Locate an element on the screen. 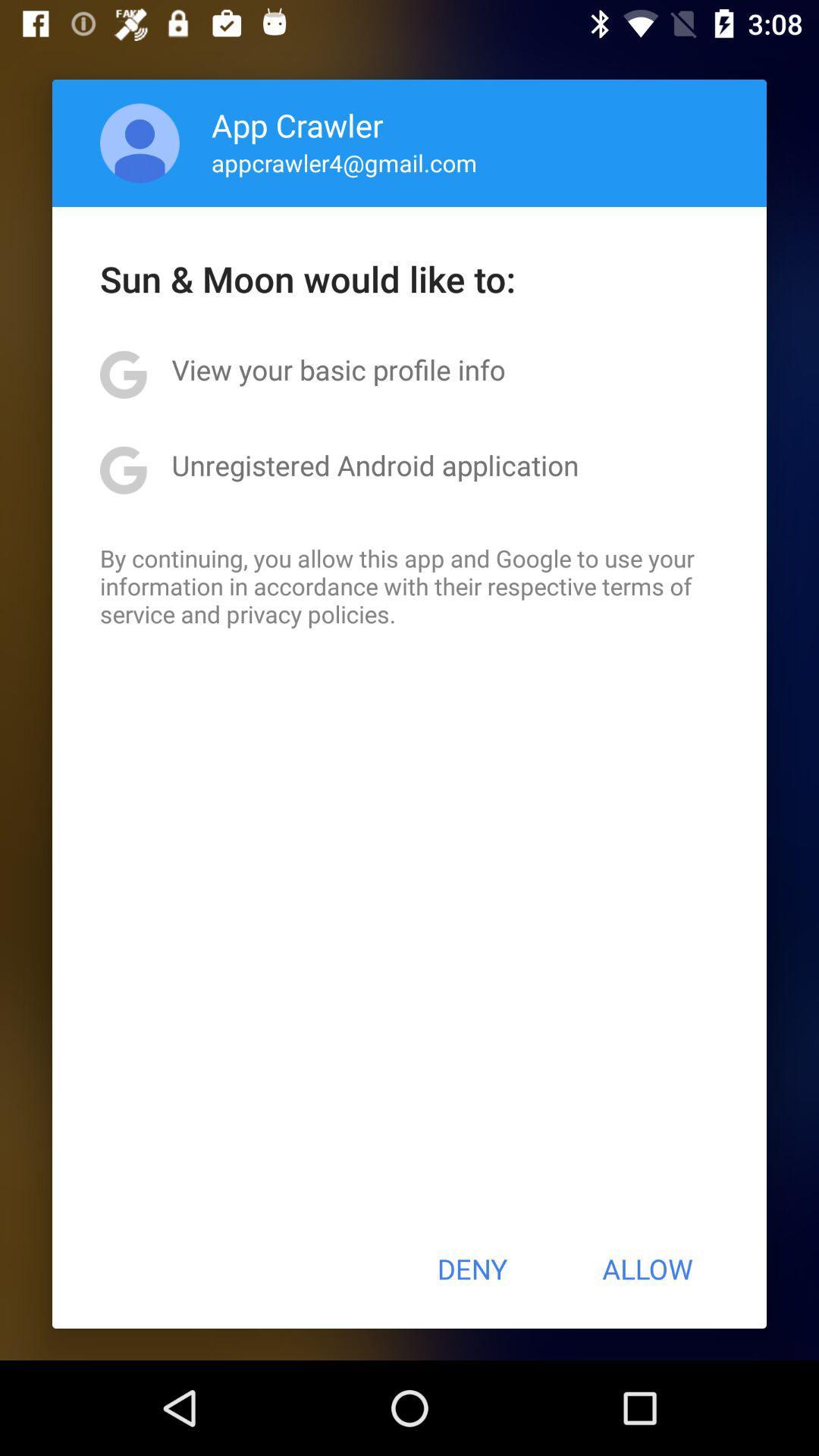 The image size is (819, 1456). app below sun moon would is located at coordinates (337, 369).